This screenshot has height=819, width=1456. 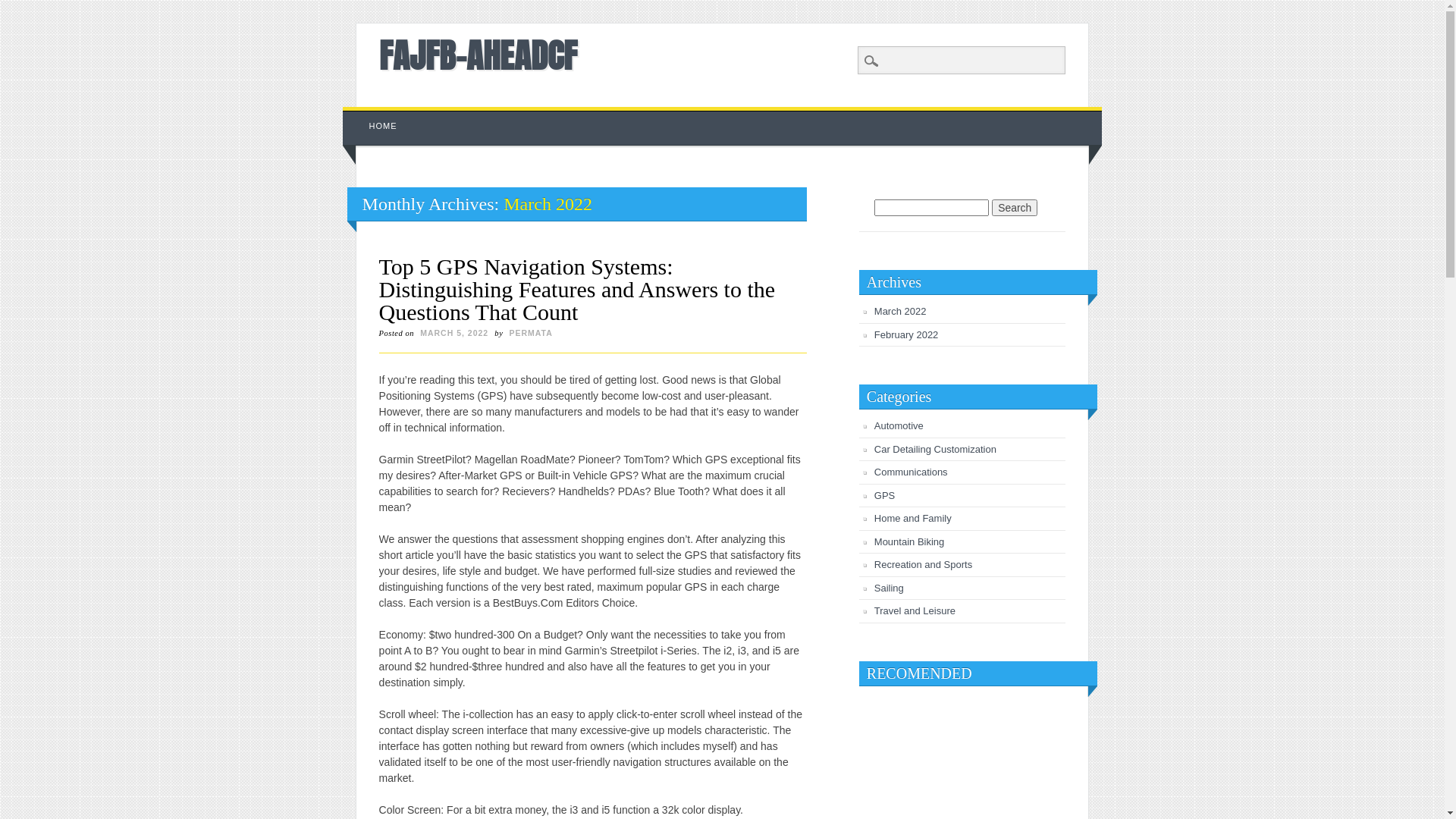 What do you see at coordinates (934, 448) in the screenshot?
I see `'Car Detailing Customization'` at bounding box center [934, 448].